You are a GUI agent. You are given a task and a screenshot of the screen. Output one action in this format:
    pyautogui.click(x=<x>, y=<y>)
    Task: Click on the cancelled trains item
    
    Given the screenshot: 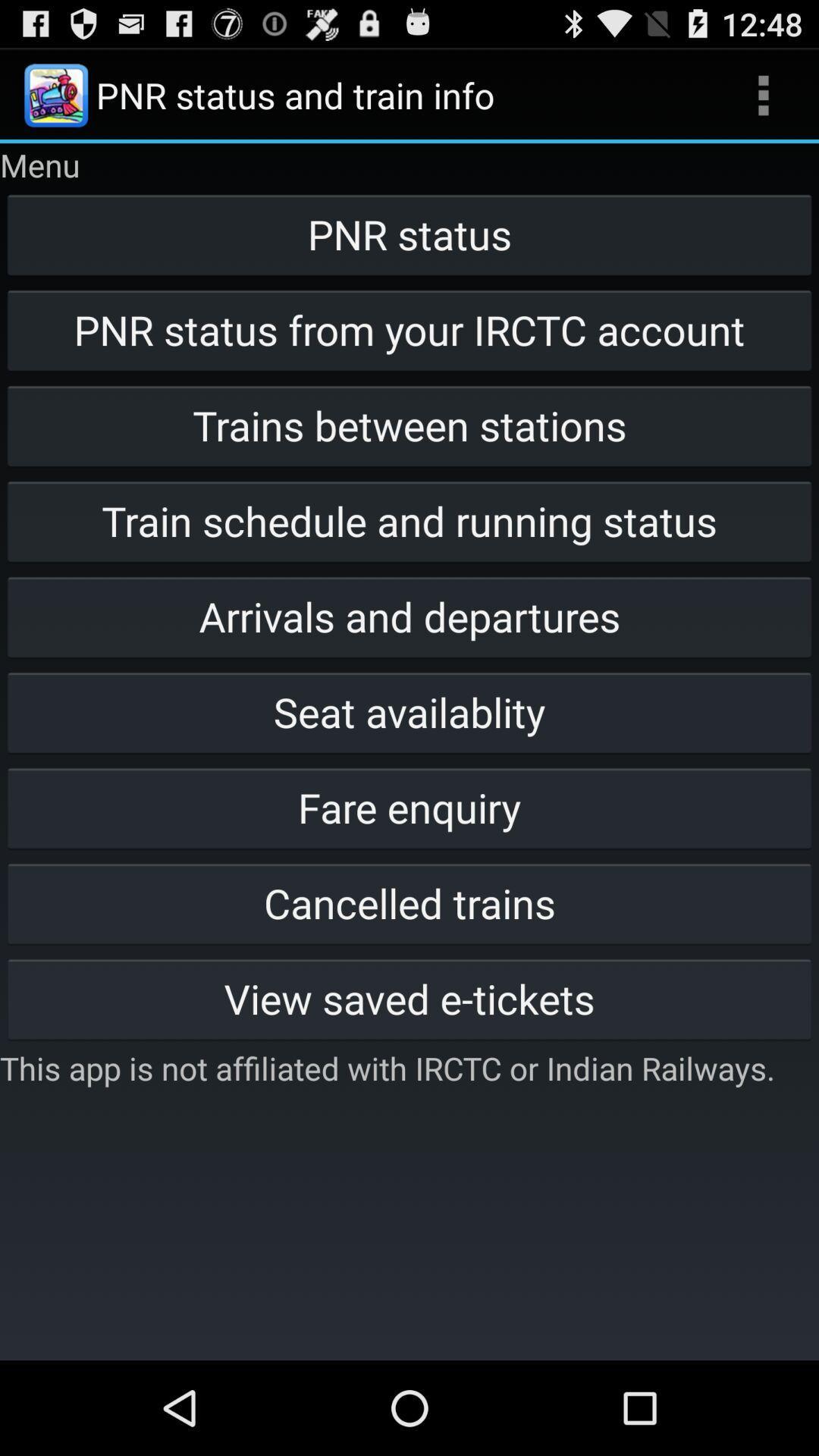 What is the action you would take?
    pyautogui.click(x=409, y=902)
    